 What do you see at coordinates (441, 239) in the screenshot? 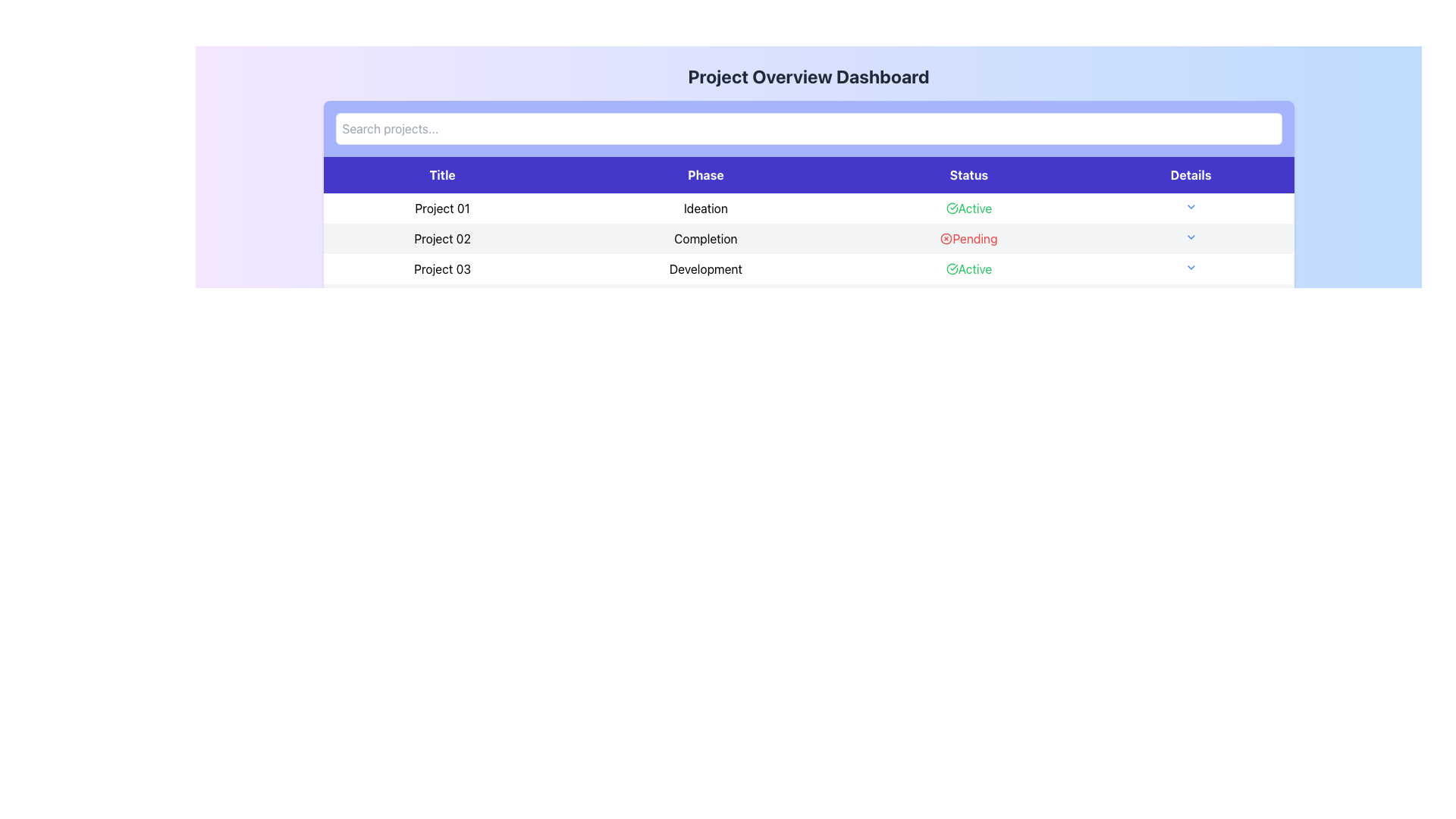
I see `the static text label indicating the name of the project in the second row of the dashboard table, which is located in the first column labeled 'Title'` at bounding box center [441, 239].